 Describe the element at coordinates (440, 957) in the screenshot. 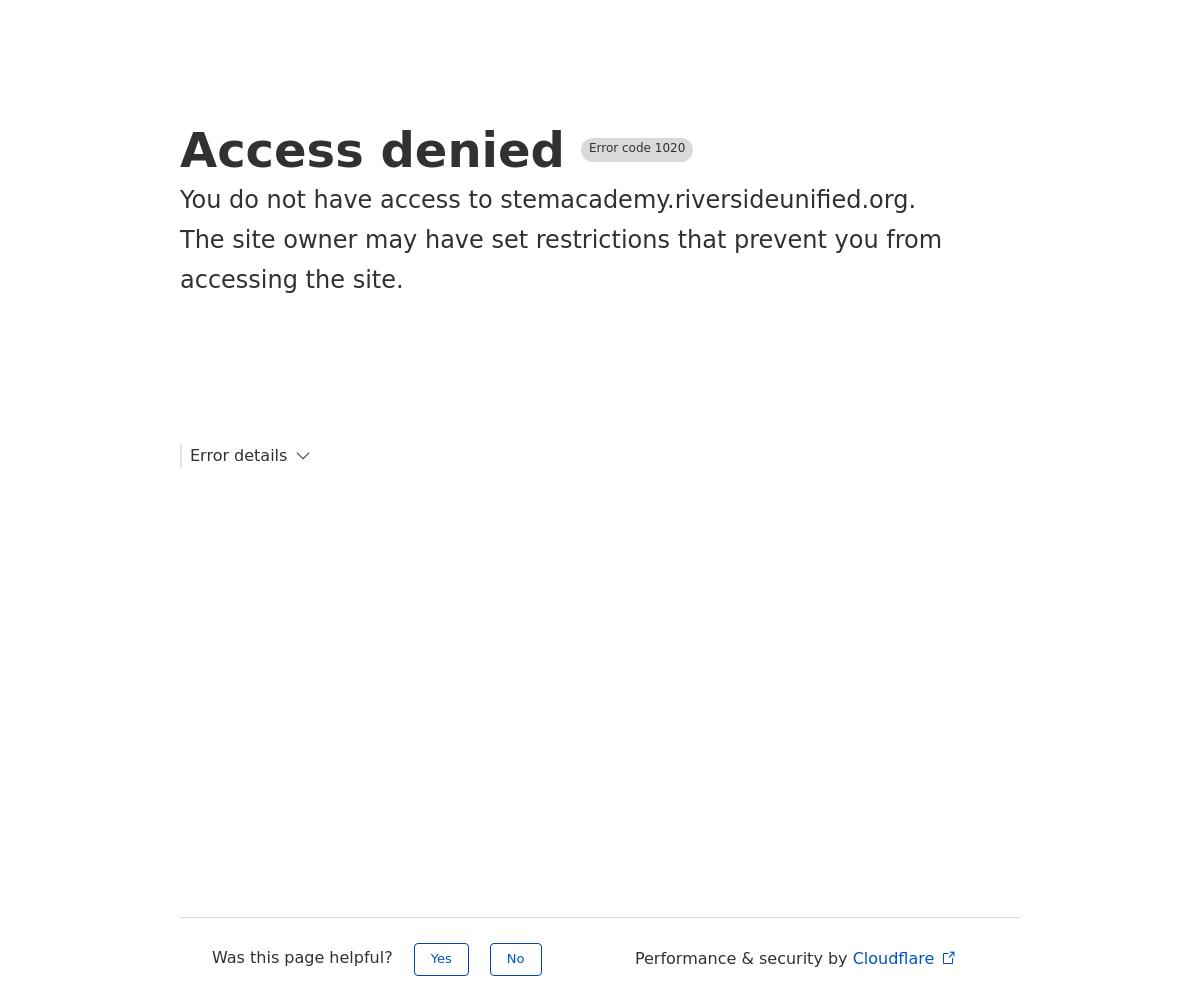

I see `'Yes'` at that location.